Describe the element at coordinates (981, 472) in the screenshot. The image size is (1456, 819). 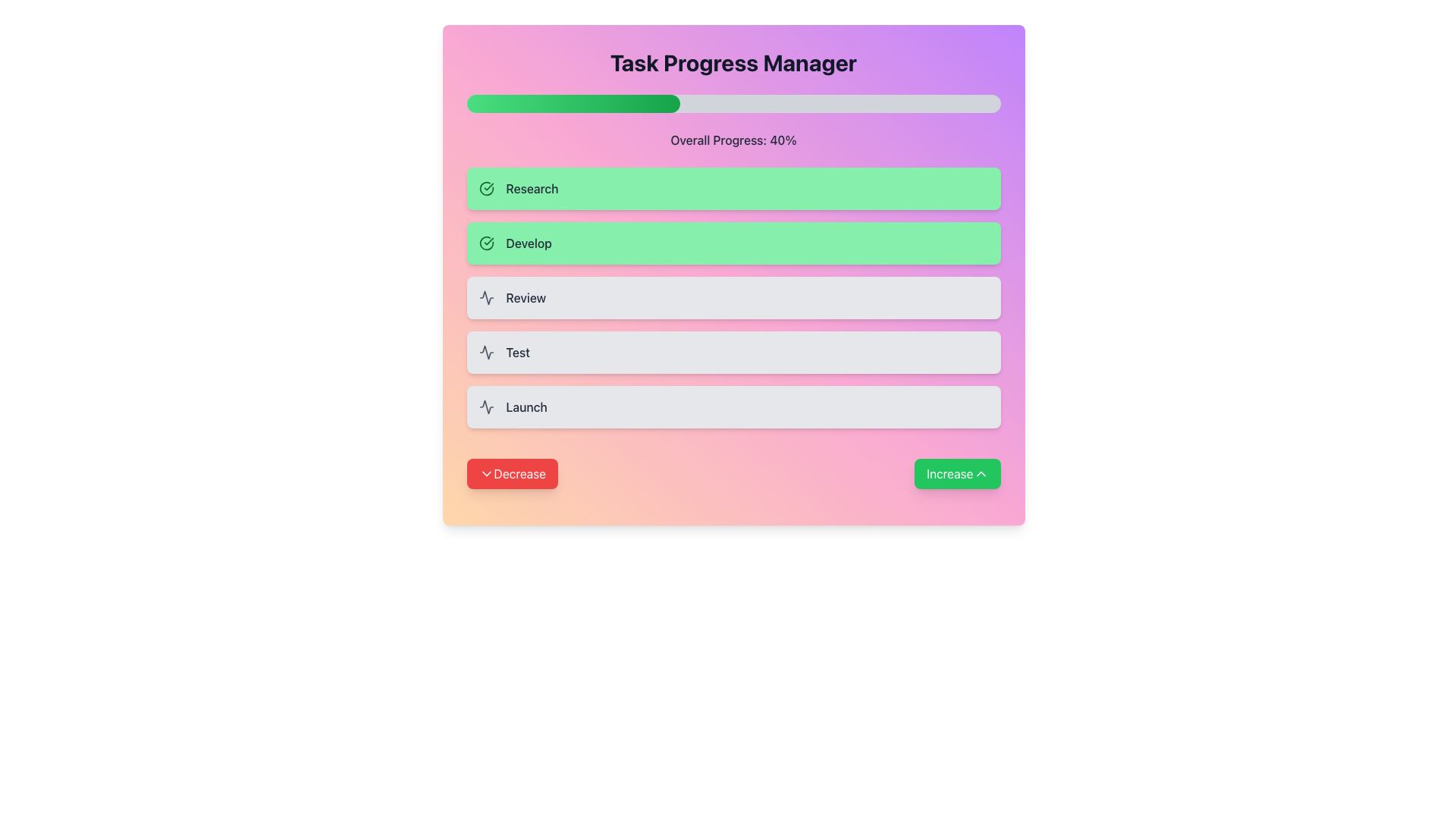
I see `the upward-pointing chevron icon located inside the green 'Increase' button at the bottom-right of the interface` at that location.